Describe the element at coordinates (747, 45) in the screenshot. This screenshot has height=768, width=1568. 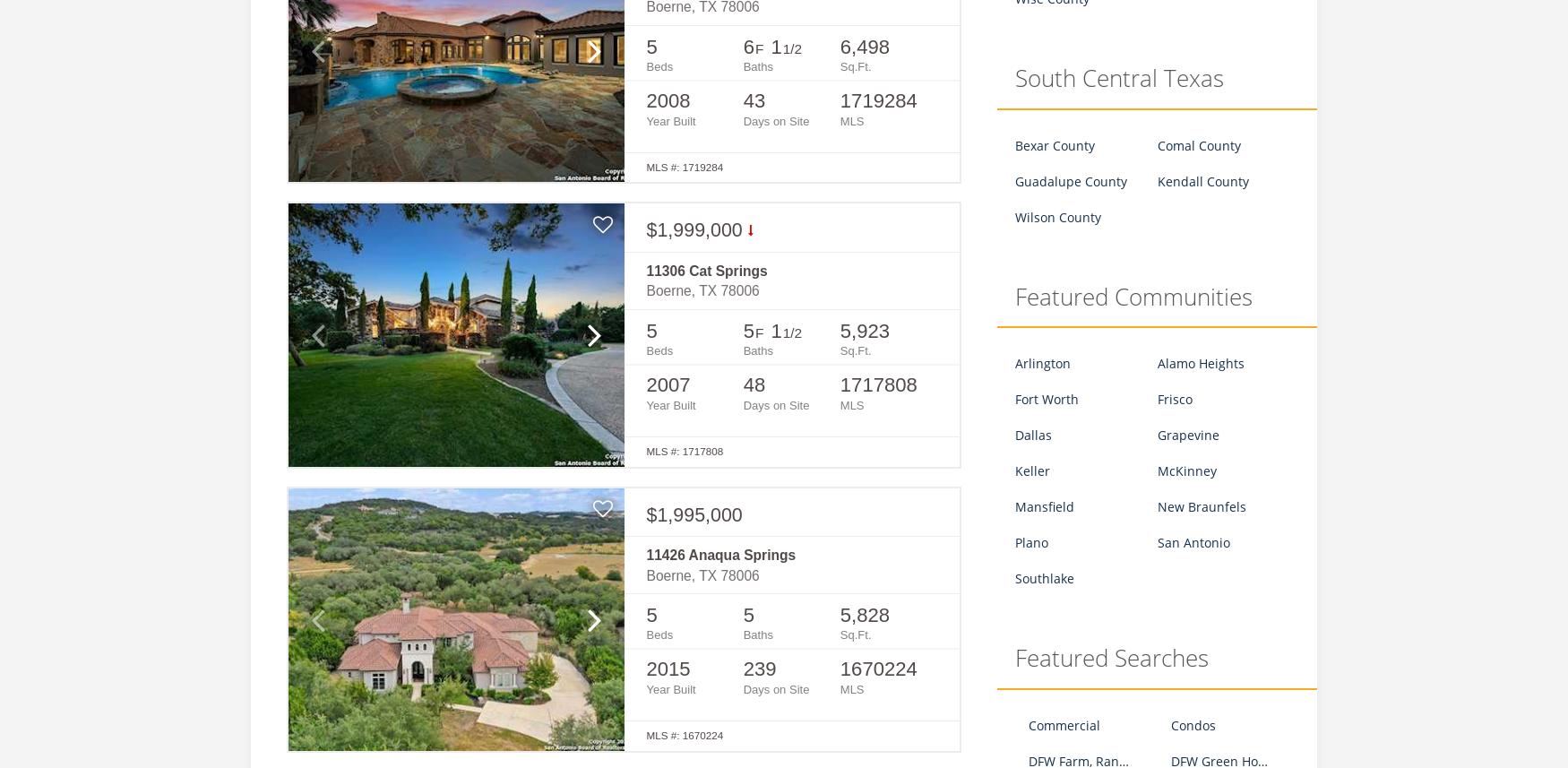
I see `'6'` at that location.